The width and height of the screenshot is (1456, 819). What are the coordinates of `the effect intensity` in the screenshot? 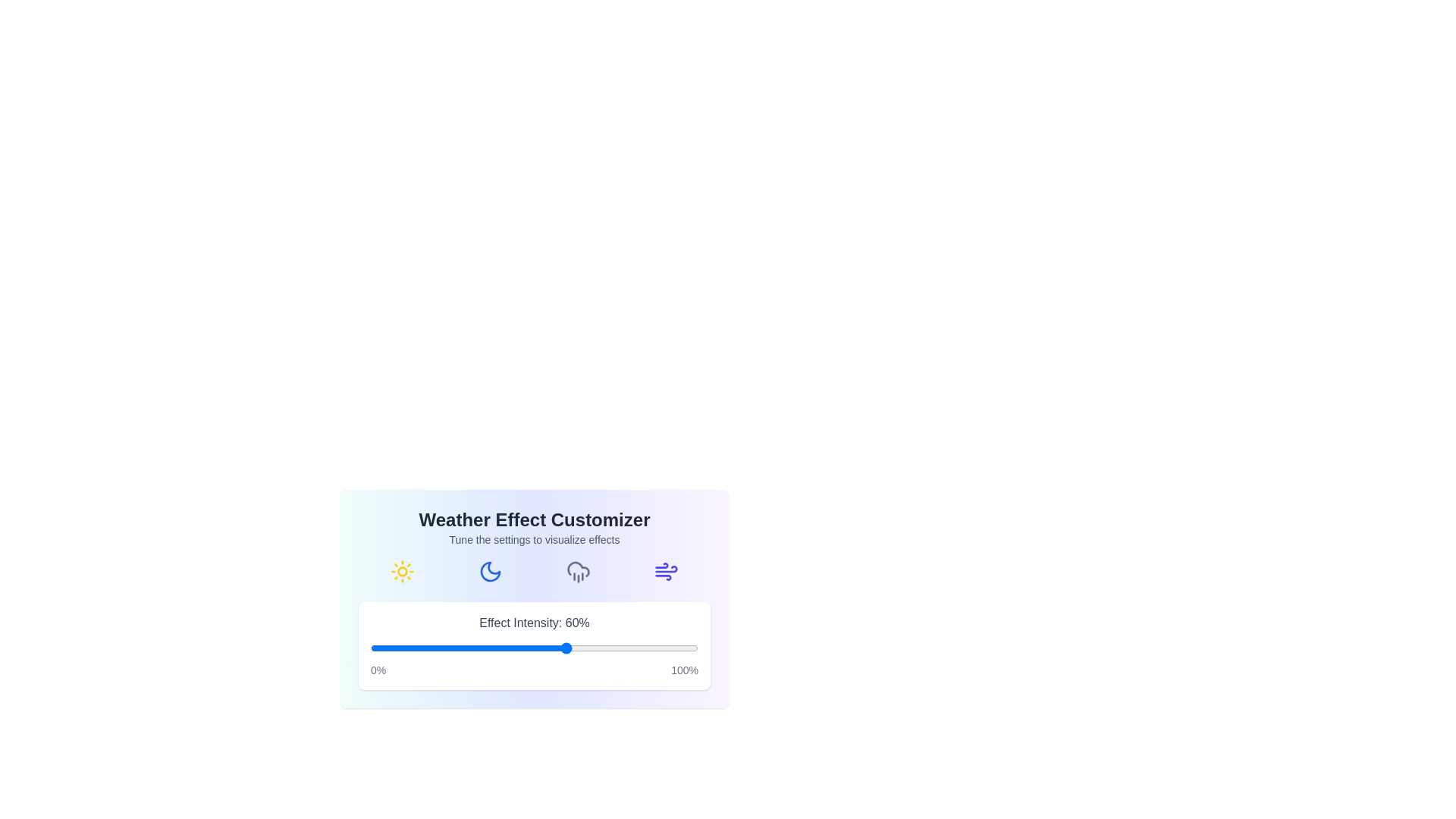 It's located at (435, 648).